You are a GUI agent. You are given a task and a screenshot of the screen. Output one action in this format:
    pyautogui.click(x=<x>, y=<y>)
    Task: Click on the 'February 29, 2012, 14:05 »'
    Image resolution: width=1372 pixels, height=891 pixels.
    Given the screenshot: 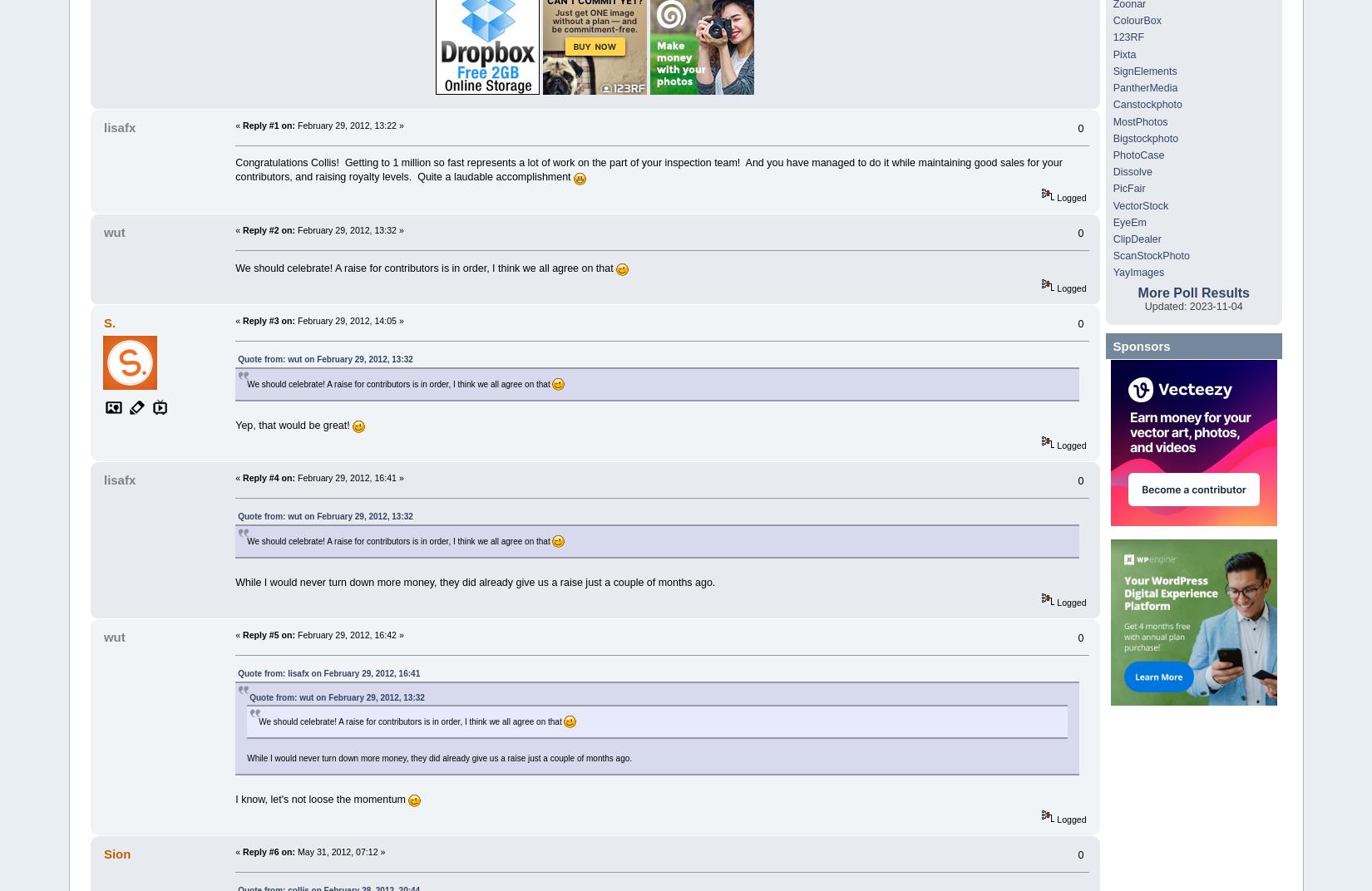 What is the action you would take?
    pyautogui.click(x=295, y=321)
    